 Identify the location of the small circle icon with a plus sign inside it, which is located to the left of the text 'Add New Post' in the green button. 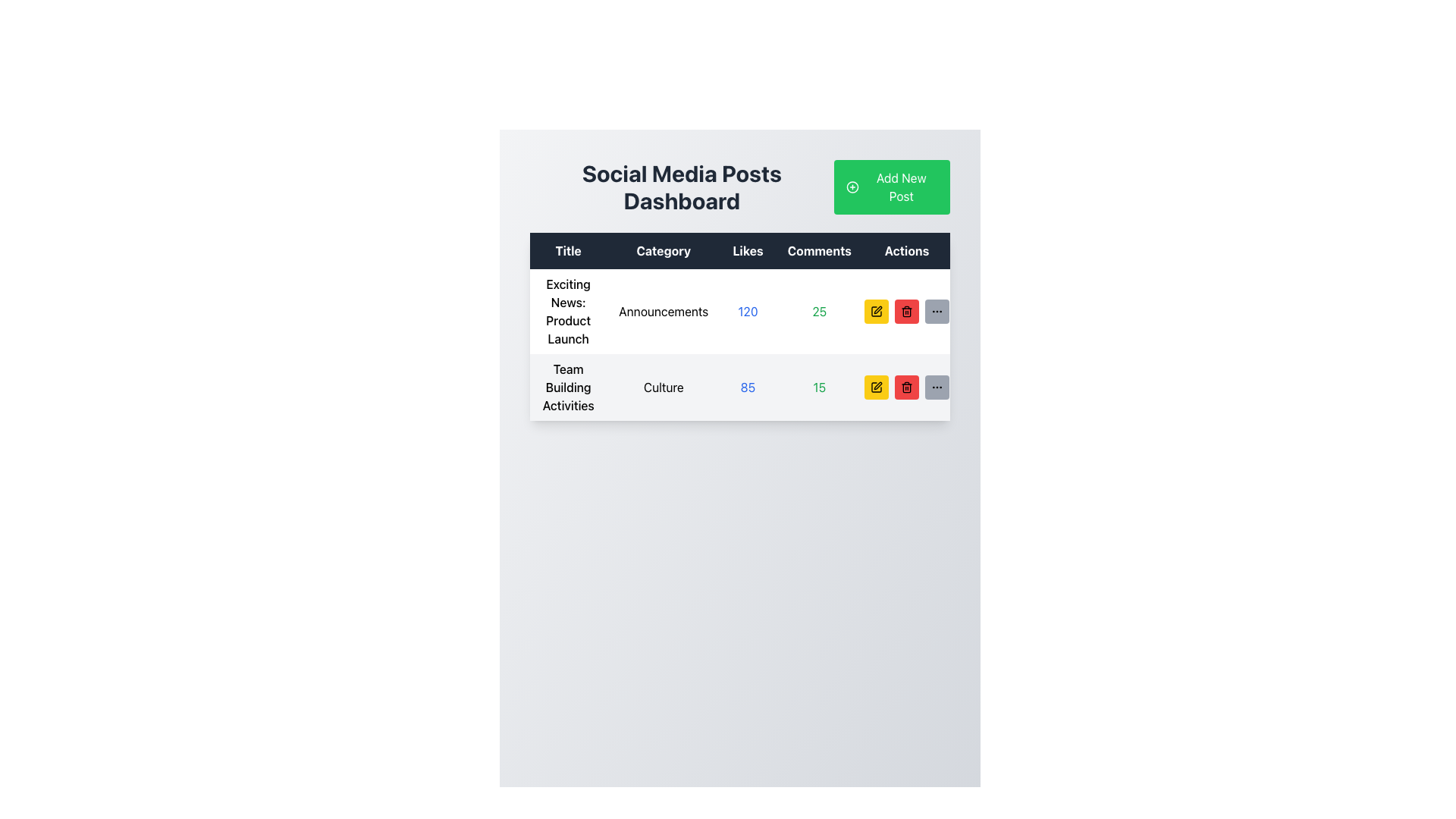
(852, 186).